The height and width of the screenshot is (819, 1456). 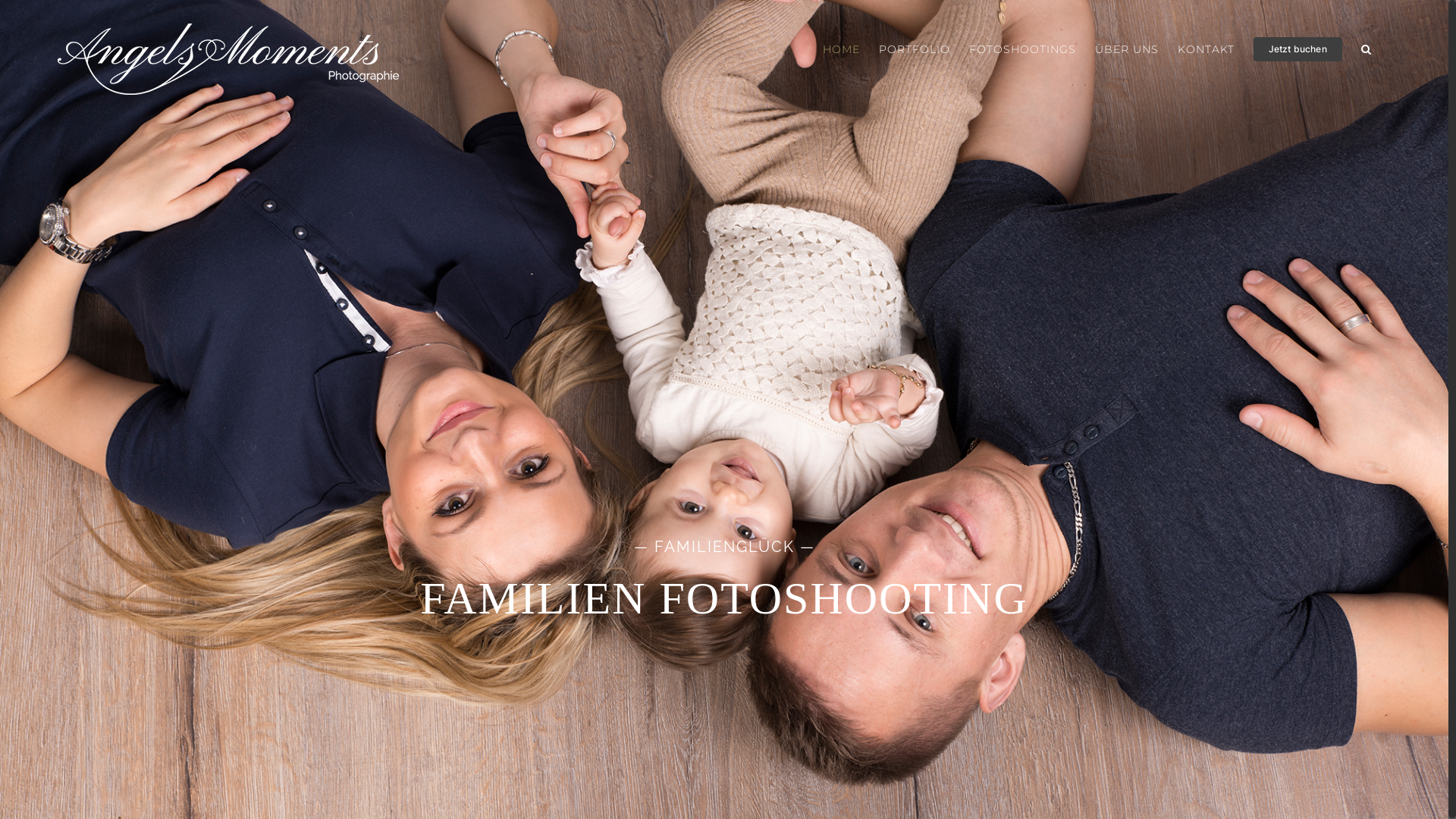 I want to click on 'FOTOSHOOTINGS', so click(x=1022, y=49).